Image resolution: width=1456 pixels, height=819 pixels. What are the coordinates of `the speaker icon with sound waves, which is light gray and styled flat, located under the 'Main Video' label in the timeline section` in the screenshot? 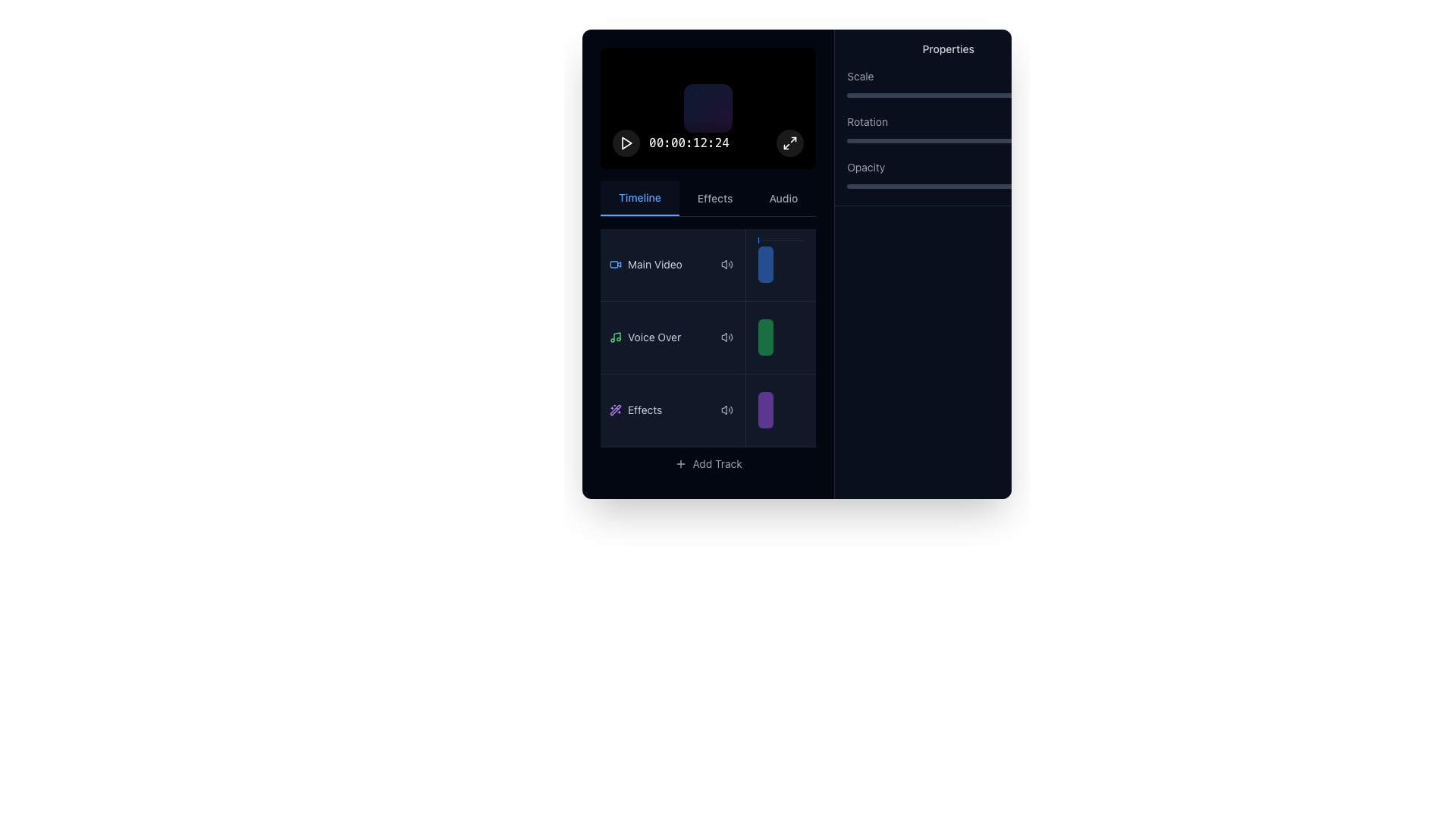 It's located at (726, 263).